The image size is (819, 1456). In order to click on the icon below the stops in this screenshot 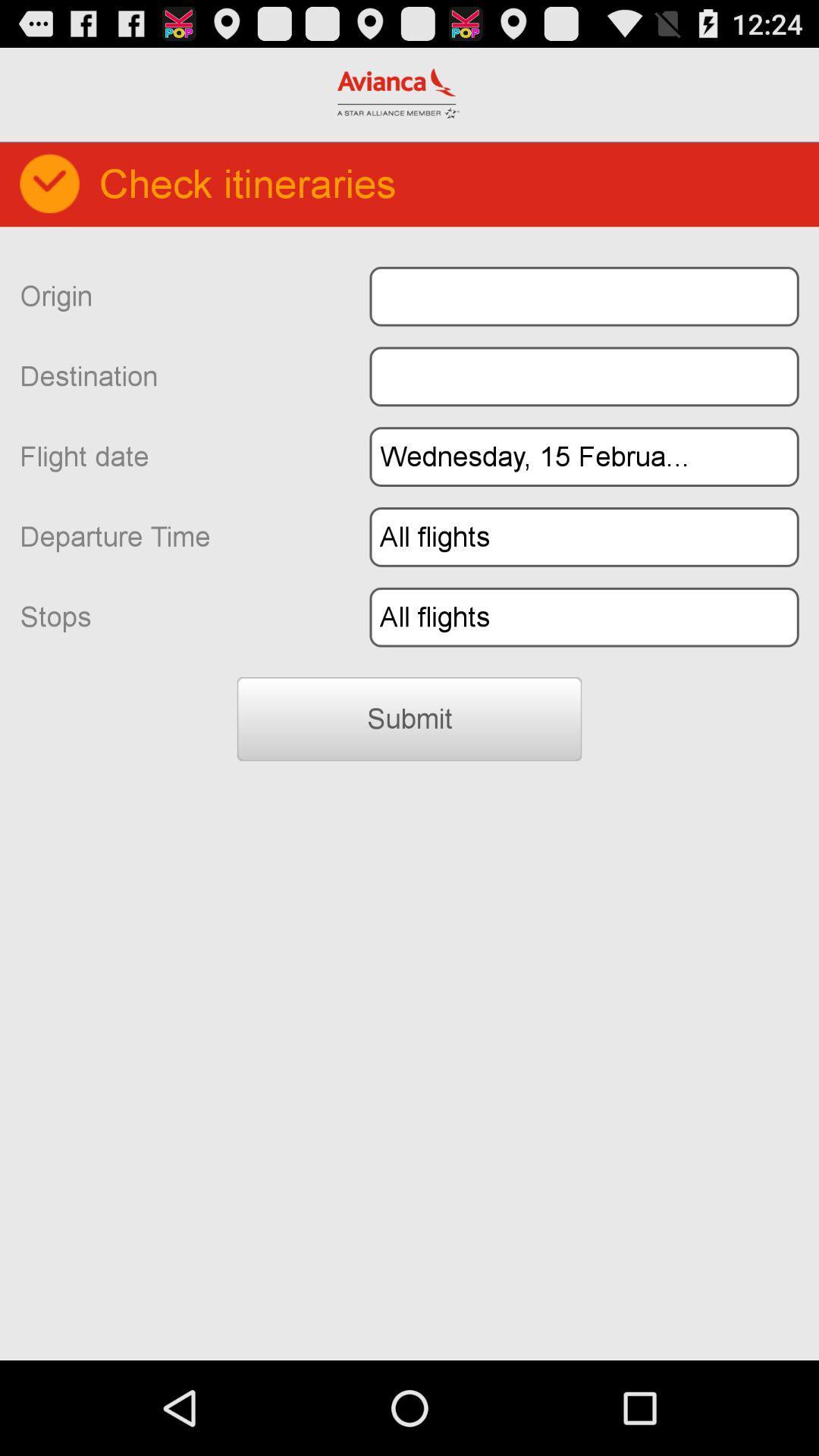, I will do `click(409, 718)`.